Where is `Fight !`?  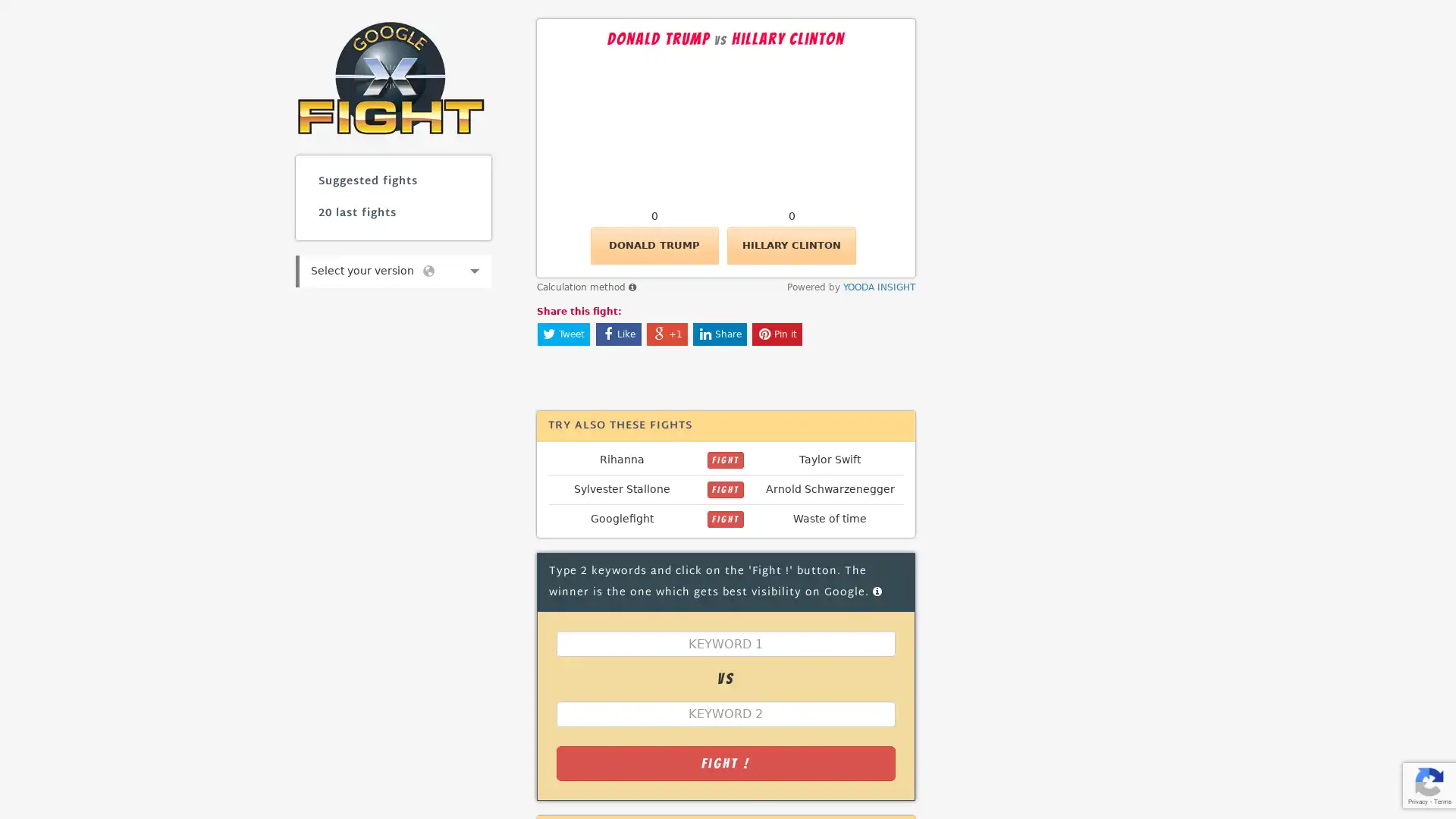 Fight ! is located at coordinates (724, 763).